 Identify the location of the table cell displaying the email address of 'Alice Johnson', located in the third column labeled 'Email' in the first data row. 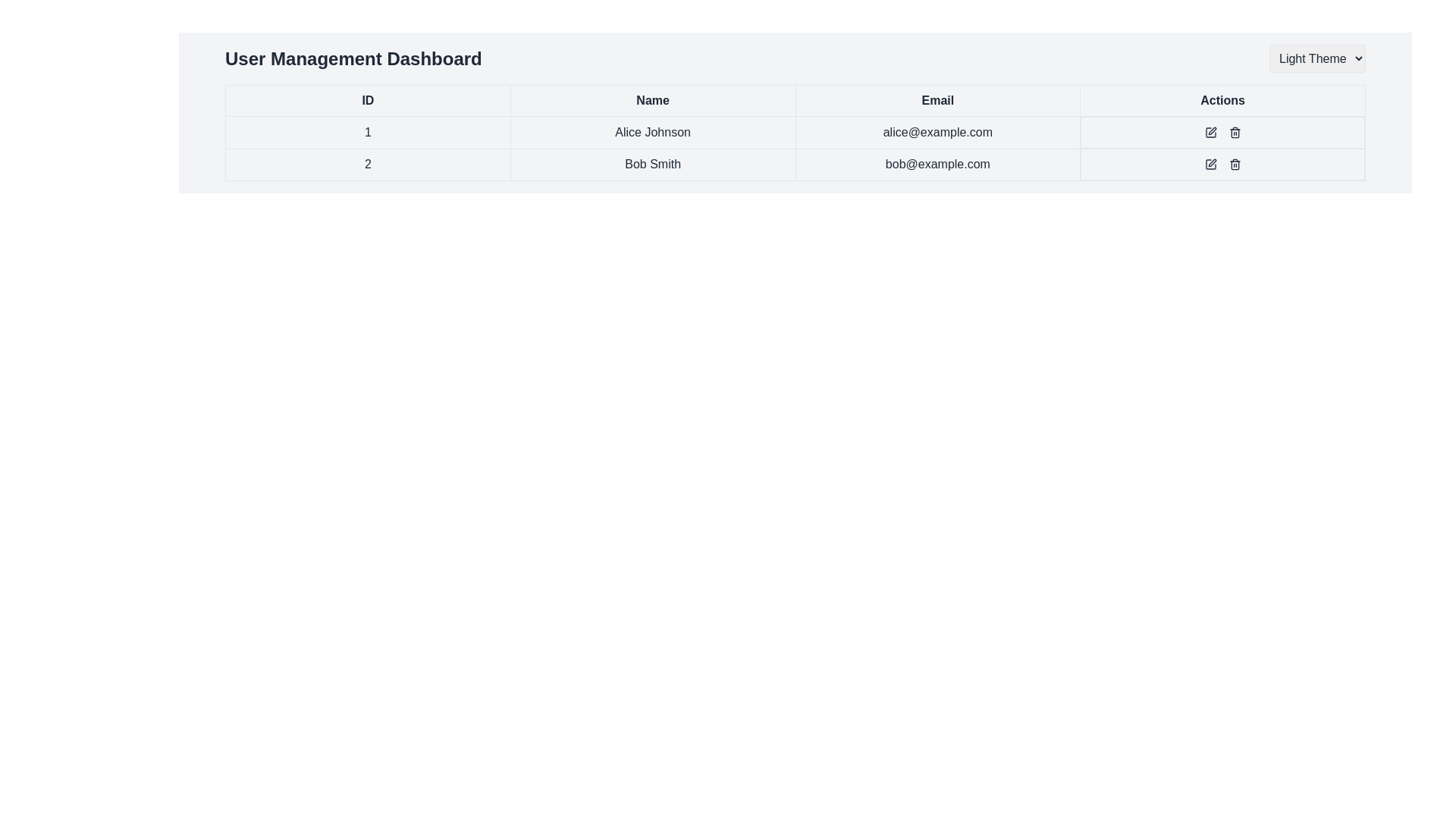
(937, 131).